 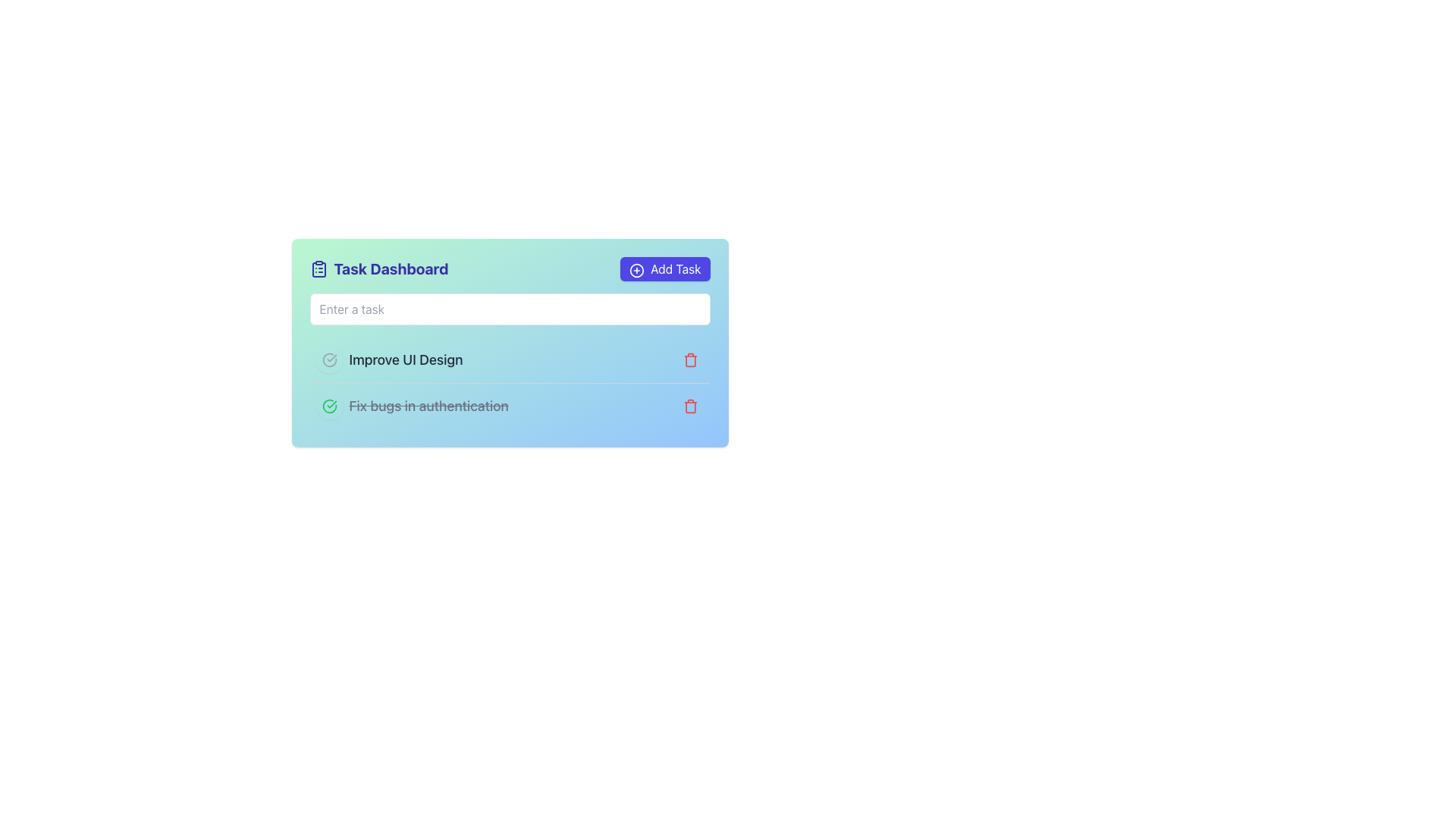 I want to click on the completed task text label, so click(x=412, y=406).